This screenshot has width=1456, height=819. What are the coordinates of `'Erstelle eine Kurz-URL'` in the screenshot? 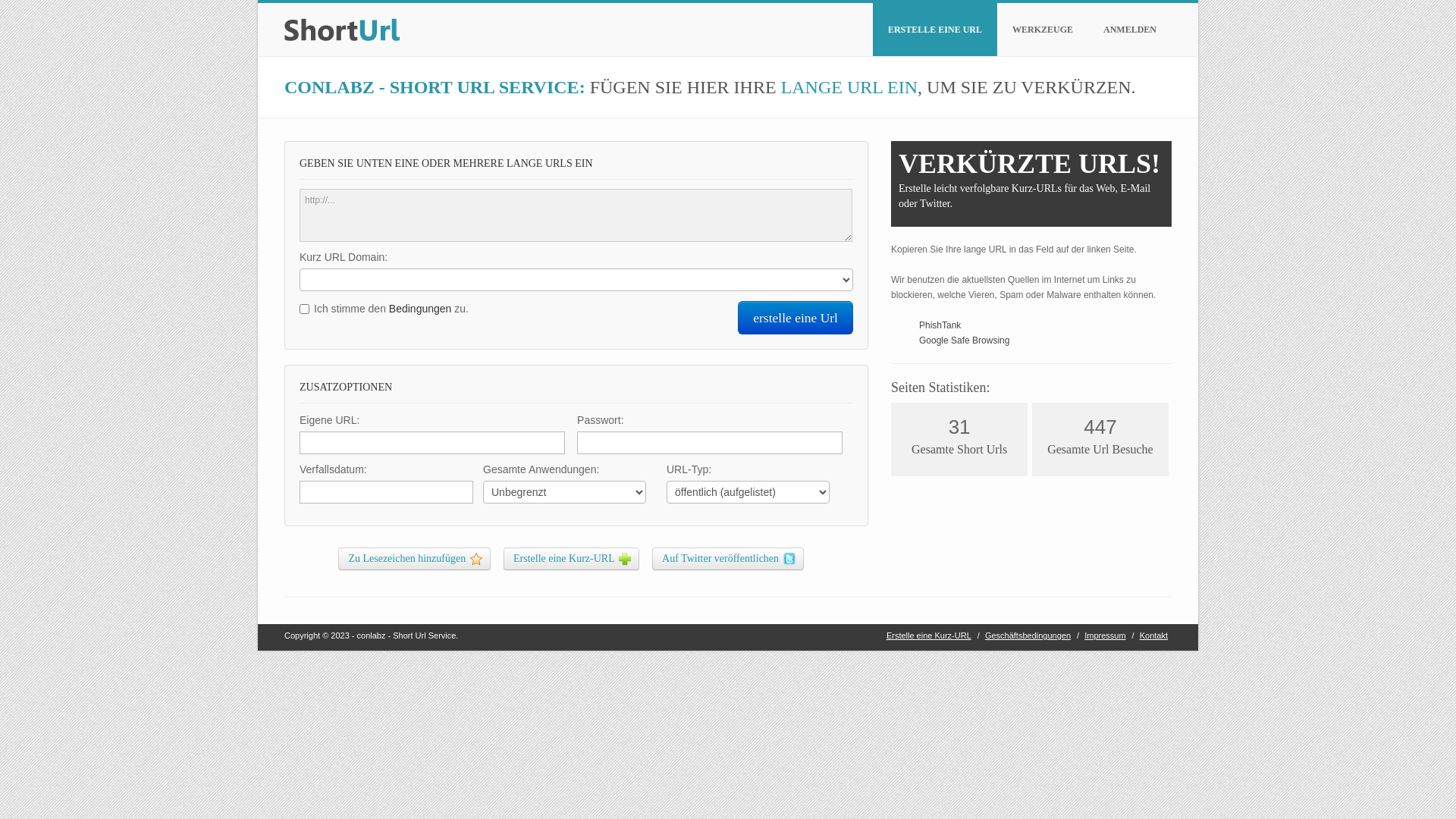 It's located at (503, 558).